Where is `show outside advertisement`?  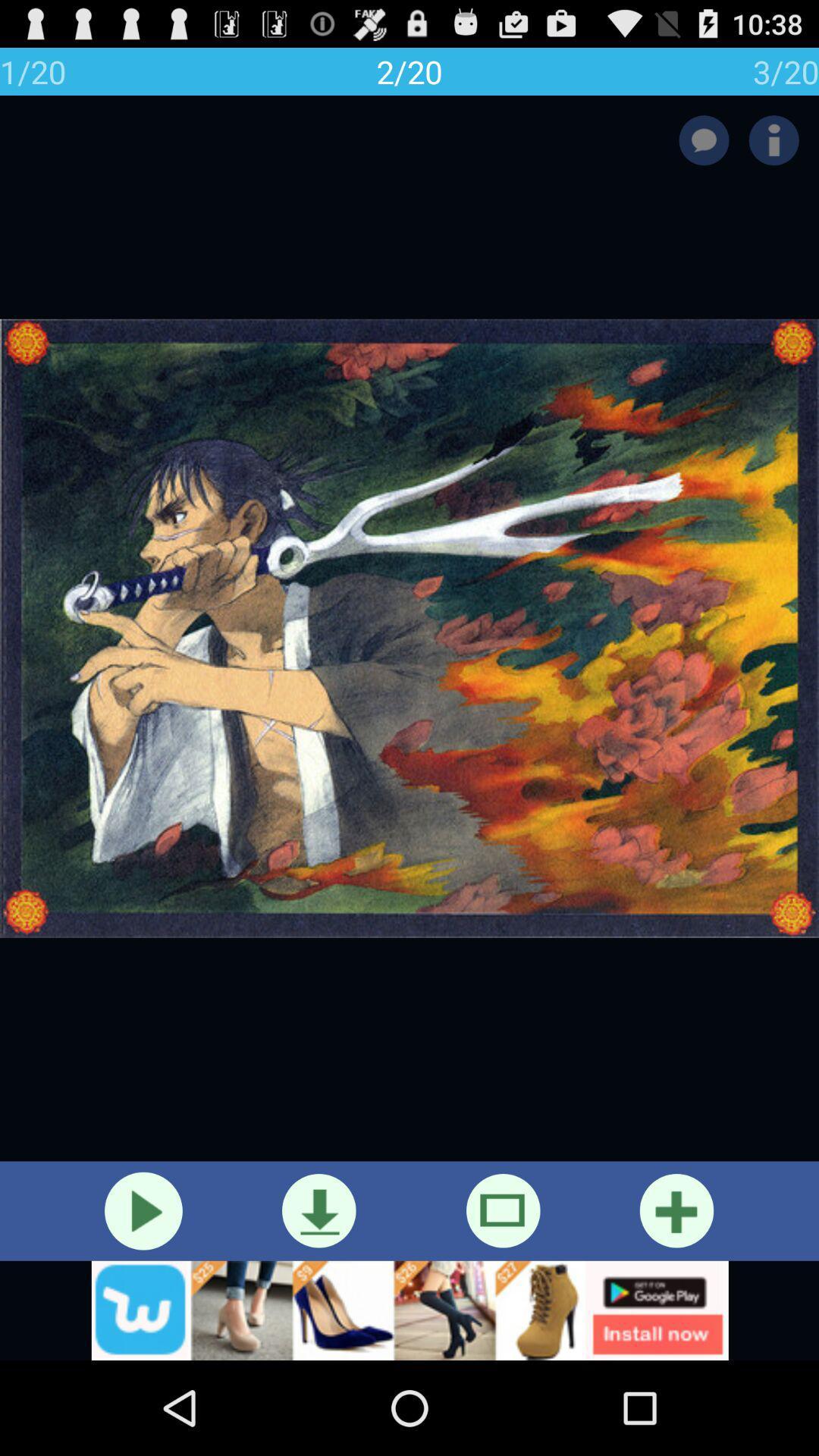
show outside advertisement is located at coordinates (409, 1310).